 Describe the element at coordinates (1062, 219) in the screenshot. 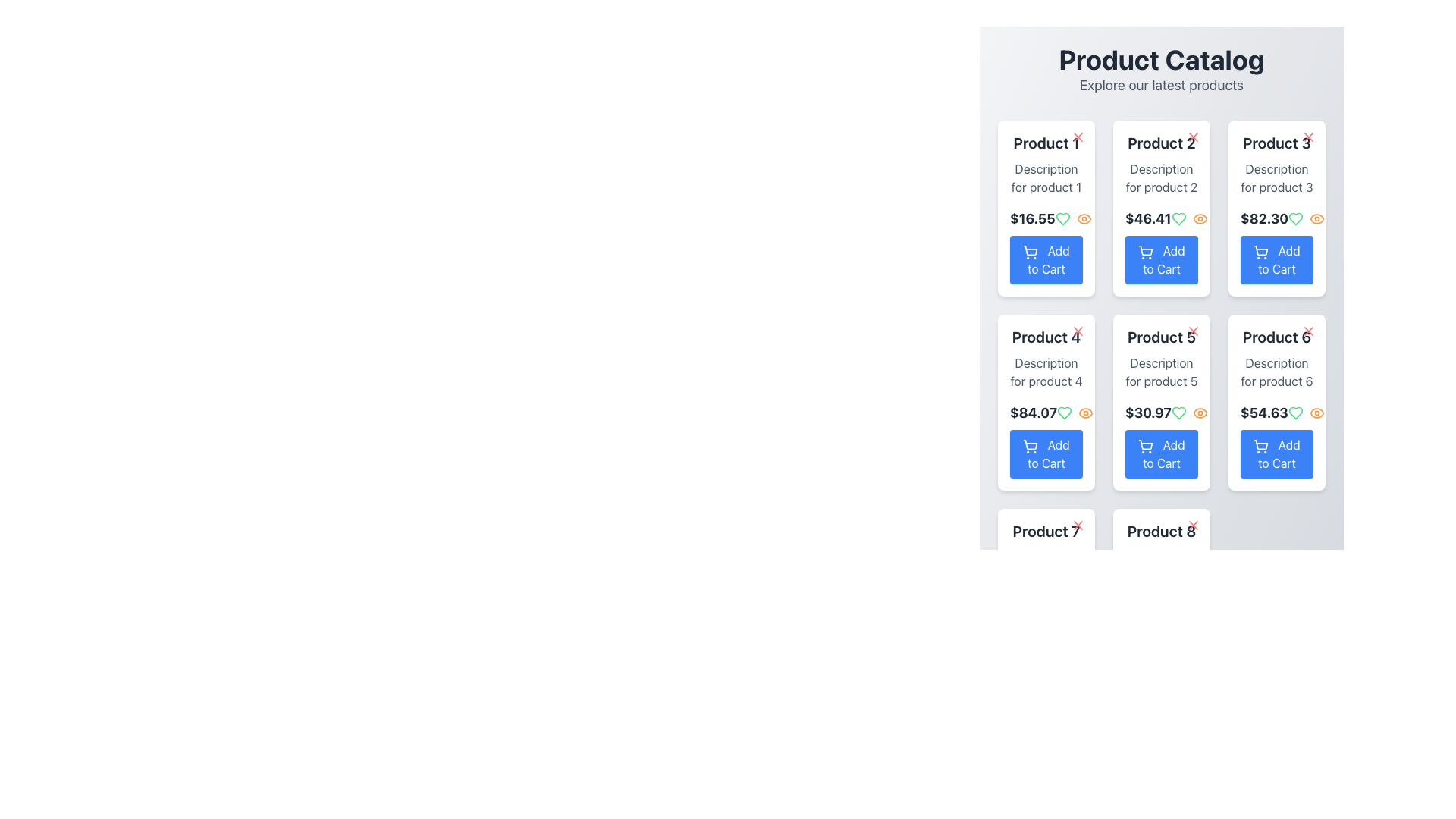

I see `the heart-shaped icon with a green outline located below the price label ($16.55) of the first product in the catalog` at that location.